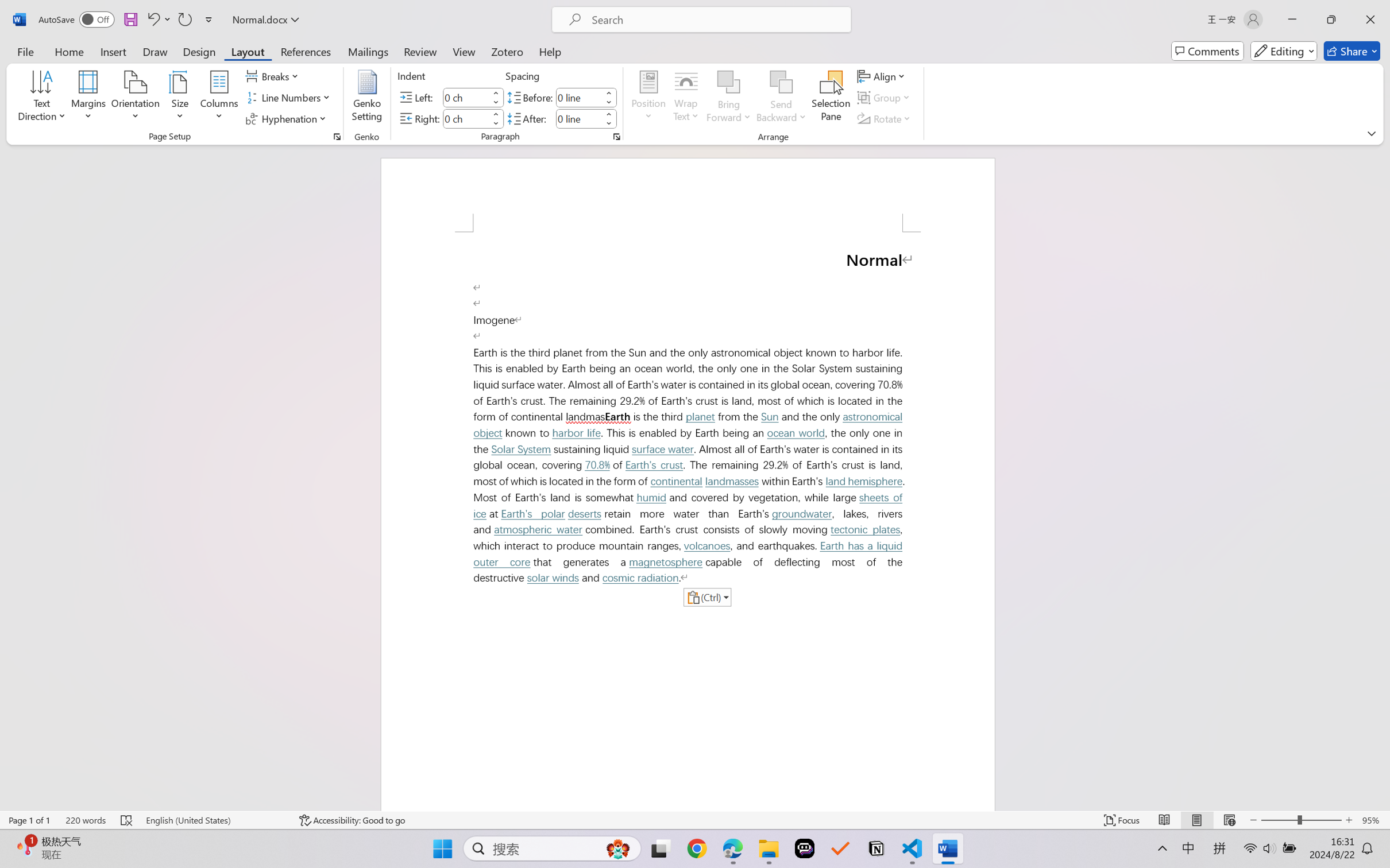 This screenshot has height=868, width=1390. Describe the element at coordinates (549, 51) in the screenshot. I see `'Help'` at that location.